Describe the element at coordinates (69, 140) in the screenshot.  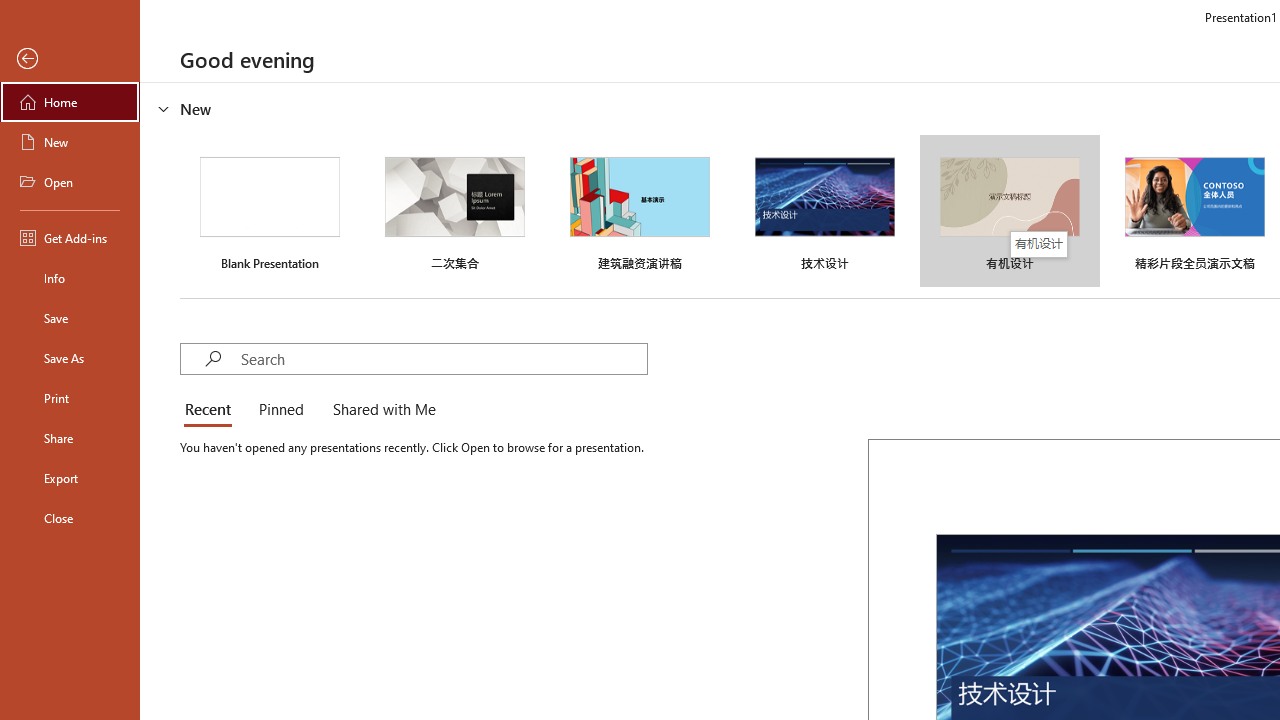
I see `'New'` at that location.